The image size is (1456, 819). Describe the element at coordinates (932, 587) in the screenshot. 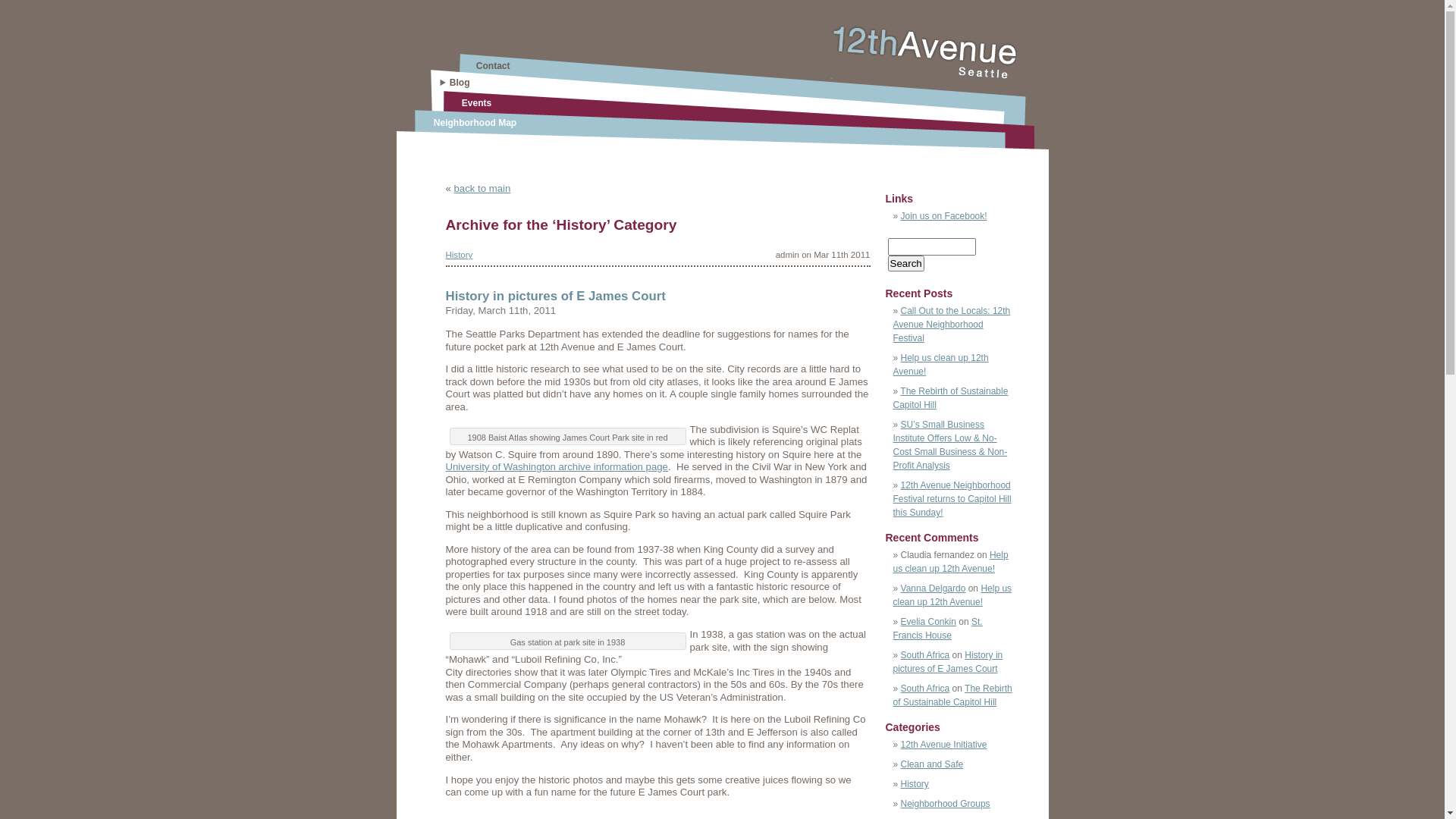

I see `'Vanna Delgardo'` at that location.